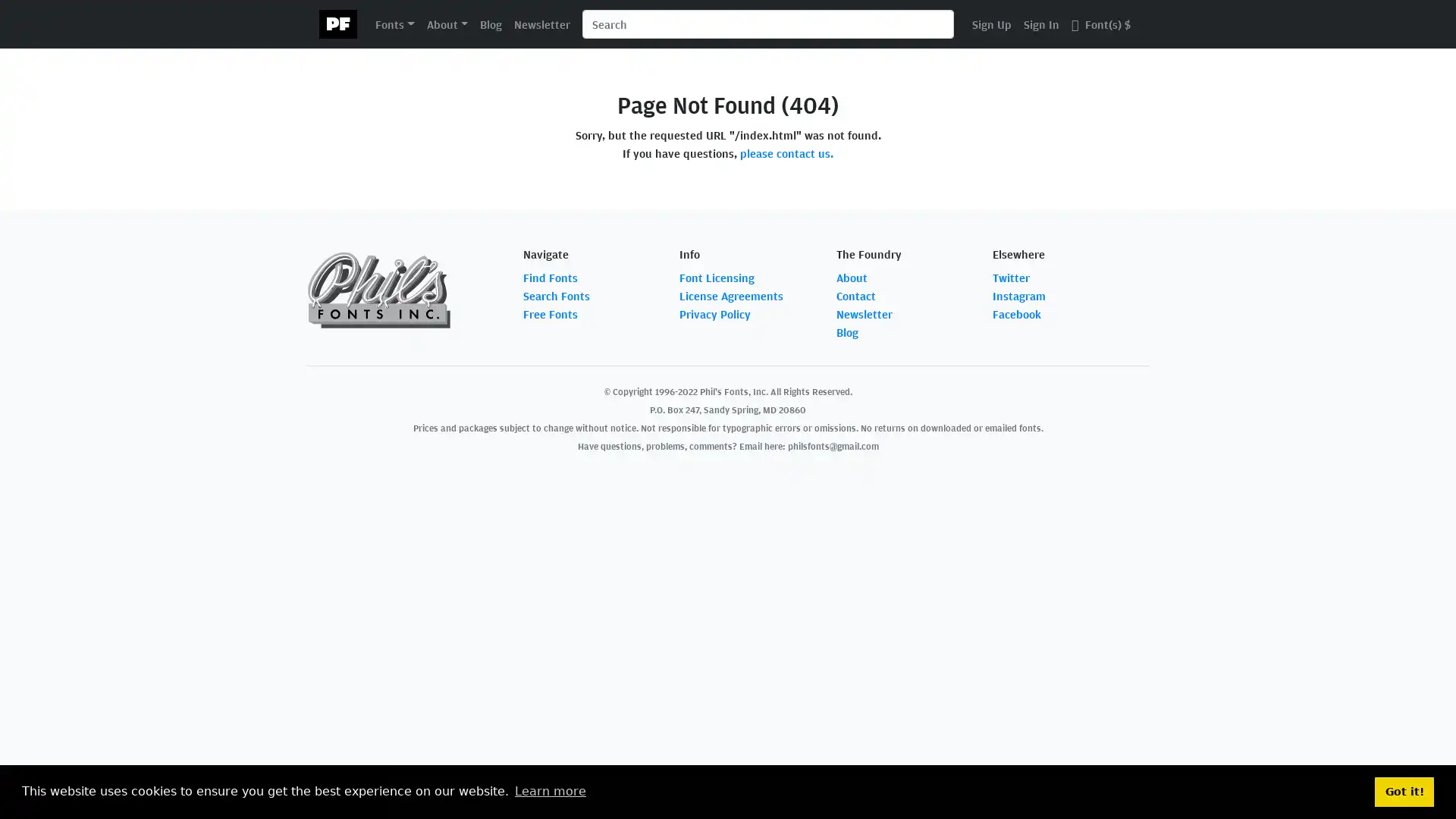 The width and height of the screenshot is (1456, 819). What do you see at coordinates (394, 23) in the screenshot?
I see `Fonts` at bounding box center [394, 23].